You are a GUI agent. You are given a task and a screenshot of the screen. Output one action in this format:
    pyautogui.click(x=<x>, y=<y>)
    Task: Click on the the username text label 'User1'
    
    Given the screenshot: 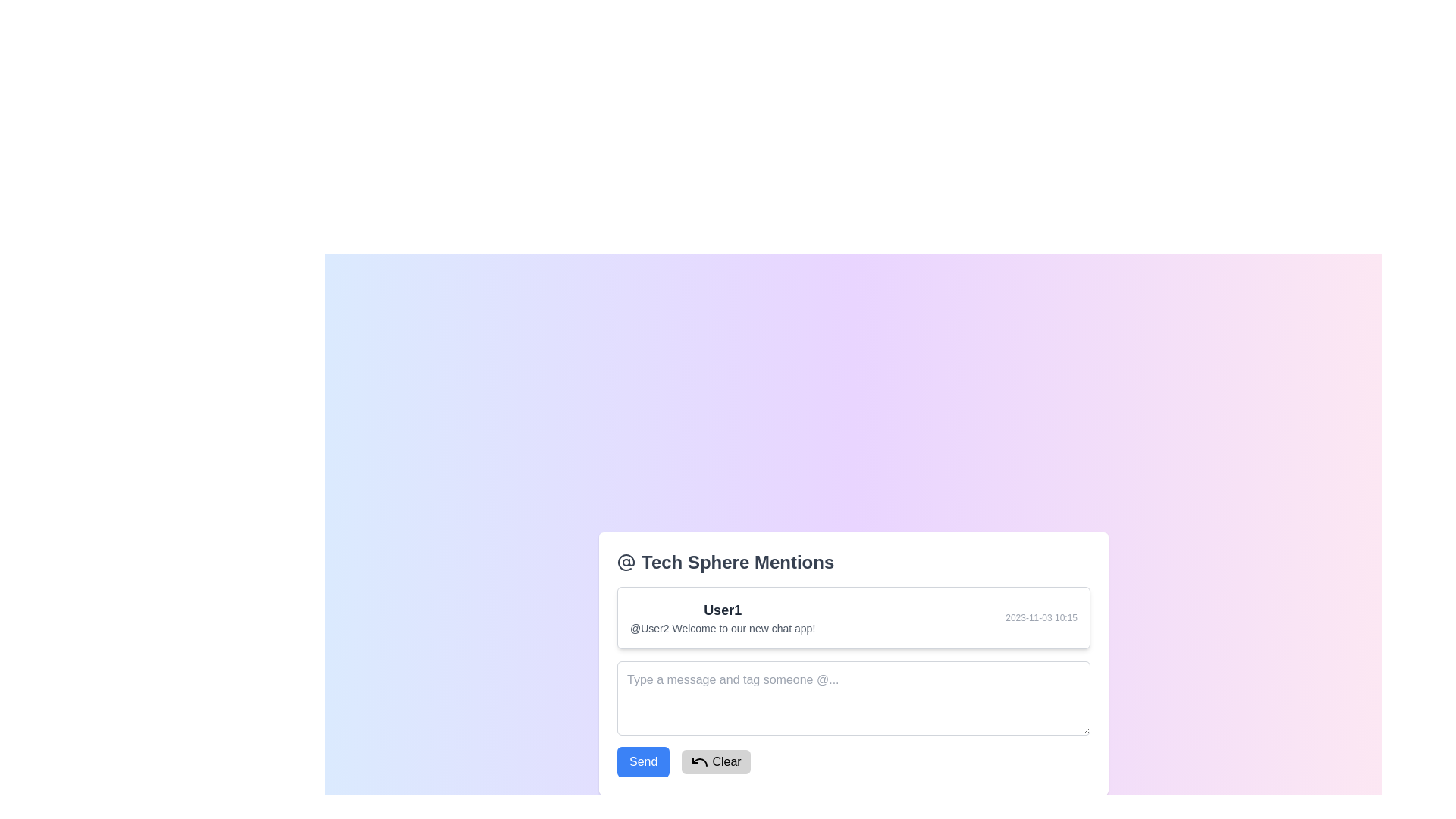 What is the action you would take?
    pyautogui.click(x=722, y=608)
    